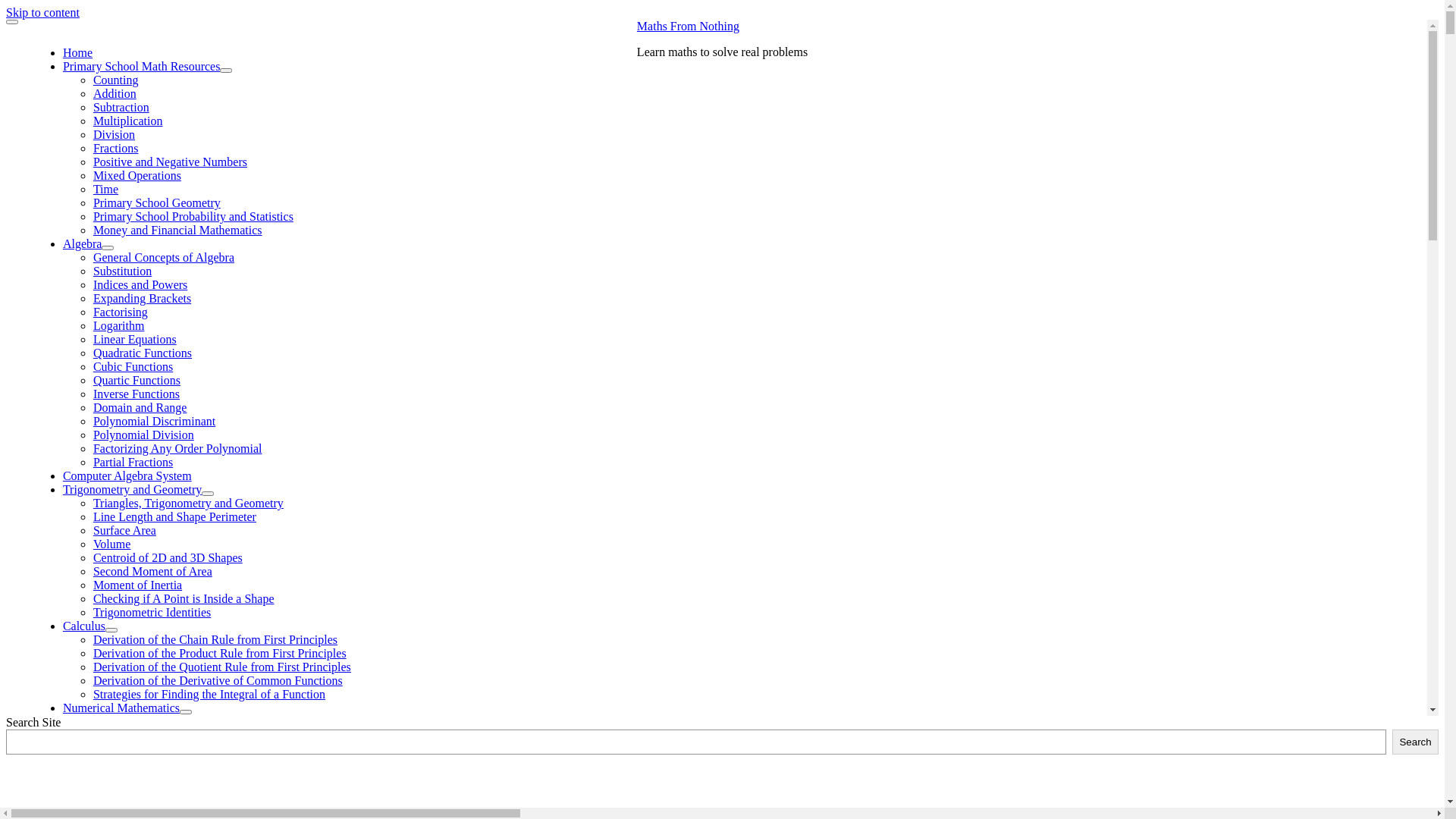  I want to click on 'Moment of Inertia', so click(137, 584).